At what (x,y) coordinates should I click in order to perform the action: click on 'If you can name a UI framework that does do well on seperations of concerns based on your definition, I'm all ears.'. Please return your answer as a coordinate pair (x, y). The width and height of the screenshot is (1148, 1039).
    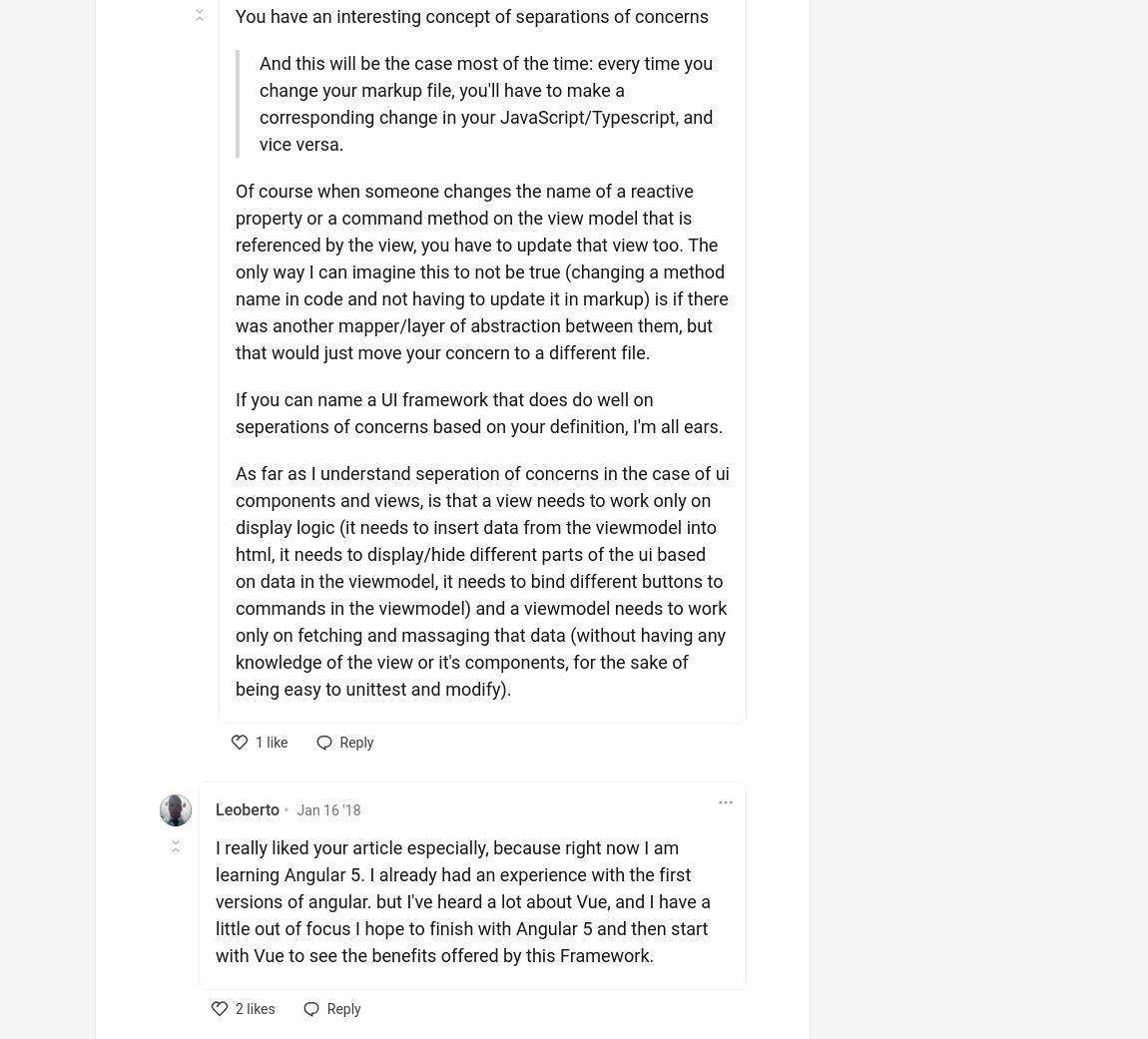
    Looking at the image, I should click on (479, 413).